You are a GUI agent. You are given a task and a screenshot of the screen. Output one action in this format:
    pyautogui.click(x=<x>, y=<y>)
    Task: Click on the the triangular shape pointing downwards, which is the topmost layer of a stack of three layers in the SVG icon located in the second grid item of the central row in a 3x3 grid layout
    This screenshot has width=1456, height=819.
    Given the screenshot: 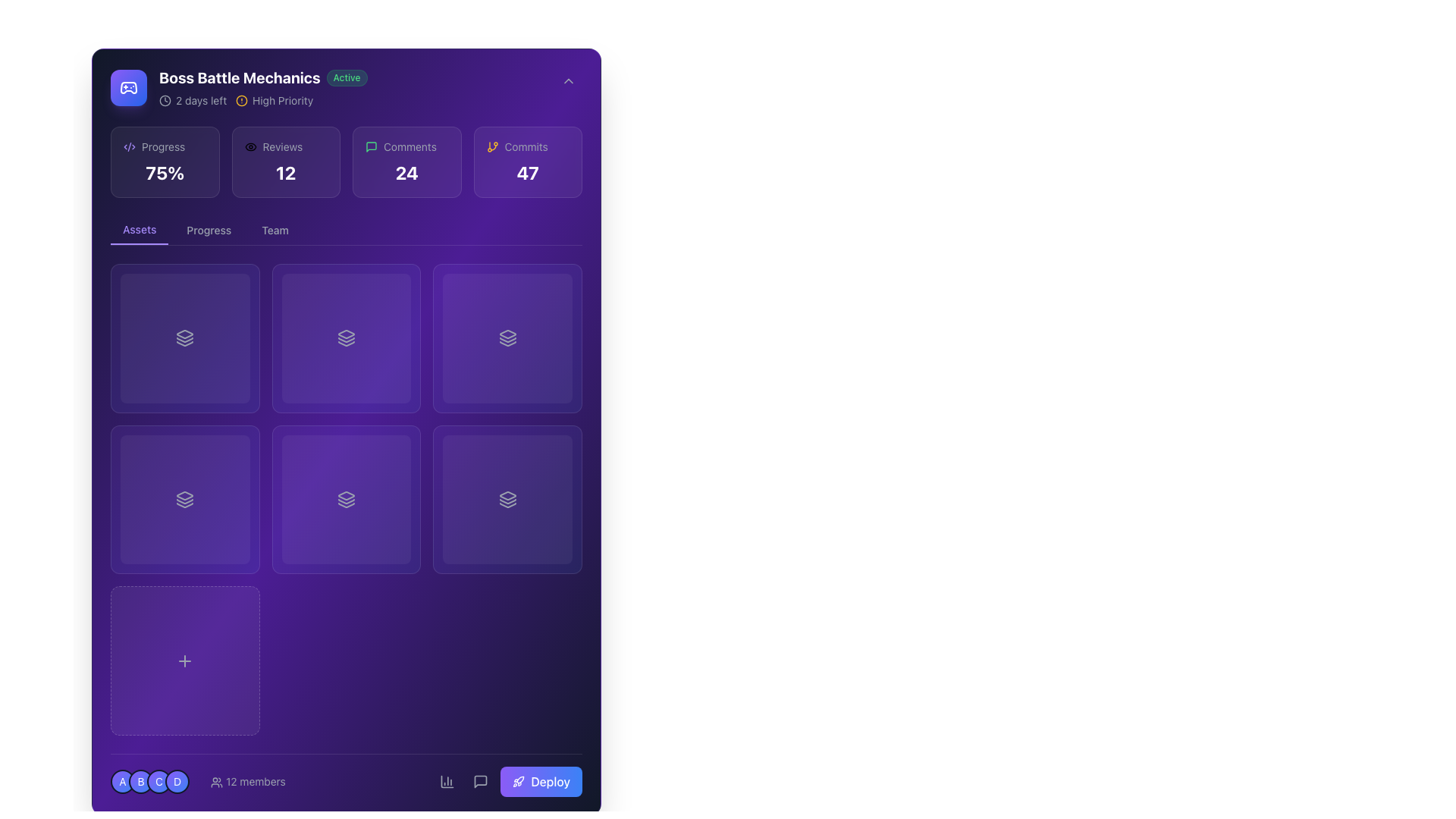 What is the action you would take?
    pyautogui.click(x=345, y=334)
    